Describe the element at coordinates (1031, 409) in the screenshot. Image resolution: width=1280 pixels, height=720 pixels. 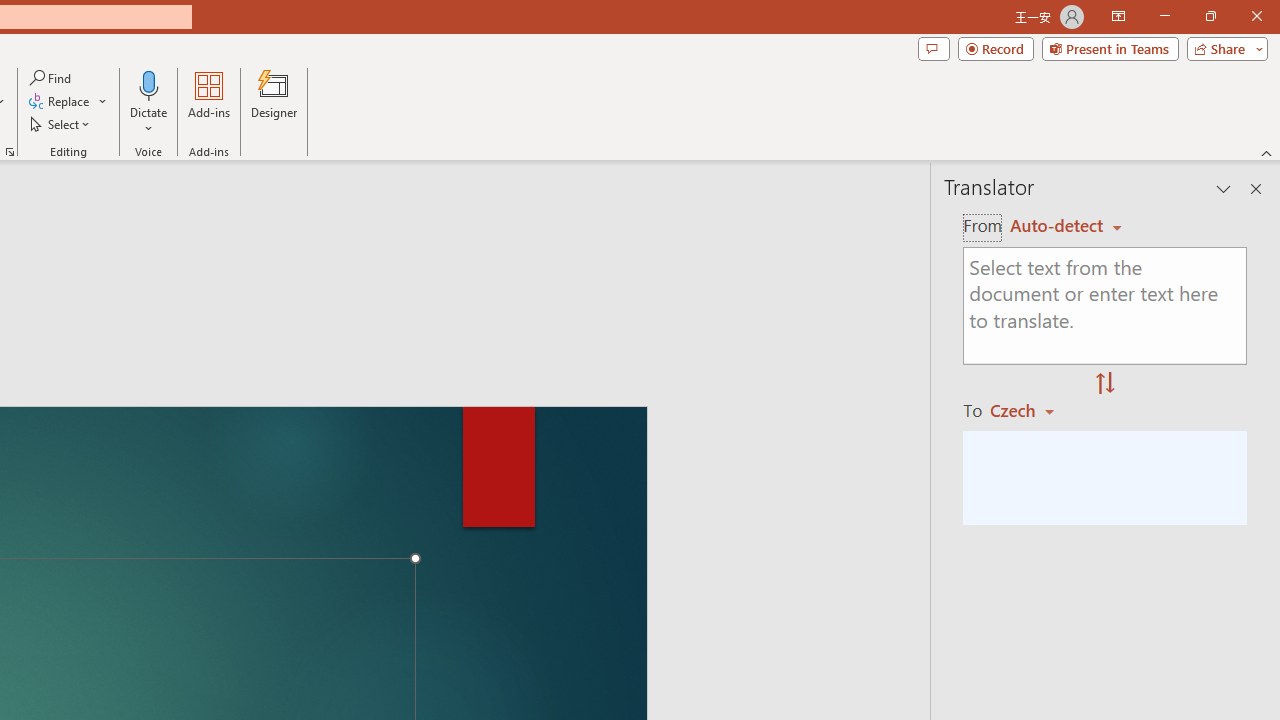
I see `'Czech'` at that location.